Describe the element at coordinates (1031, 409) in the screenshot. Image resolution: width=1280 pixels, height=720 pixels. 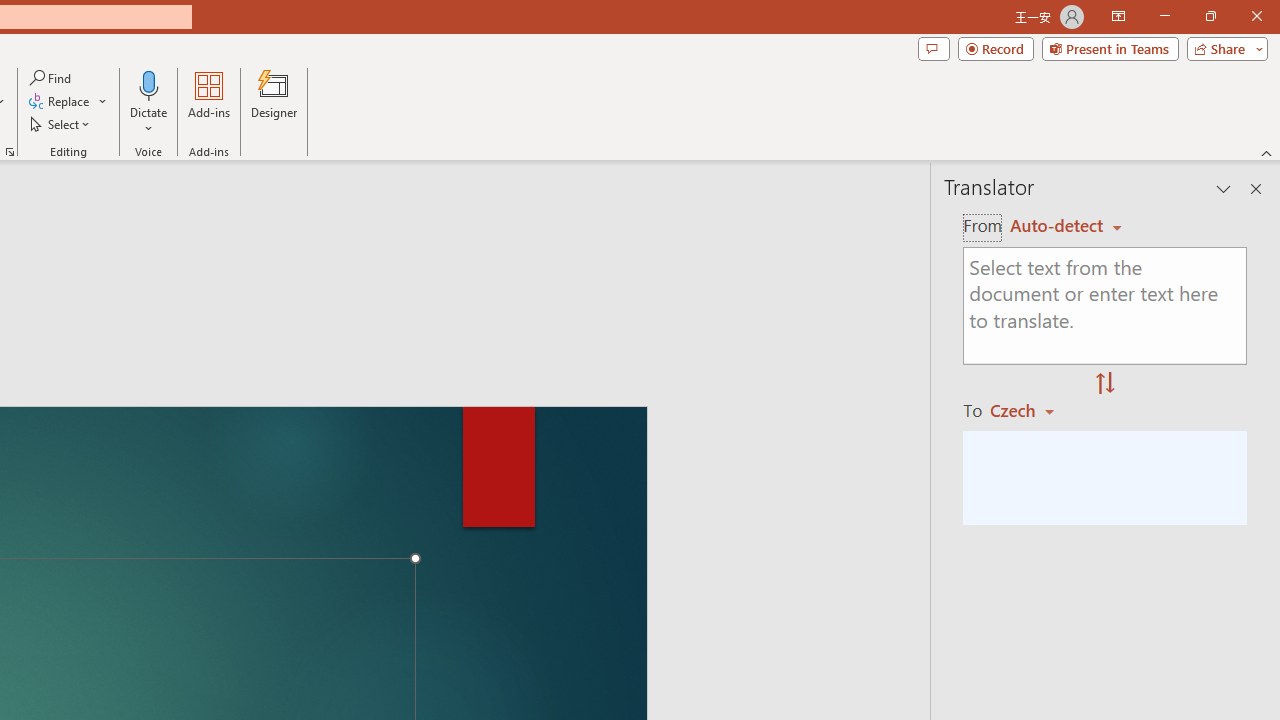
I see `'Czech'` at that location.